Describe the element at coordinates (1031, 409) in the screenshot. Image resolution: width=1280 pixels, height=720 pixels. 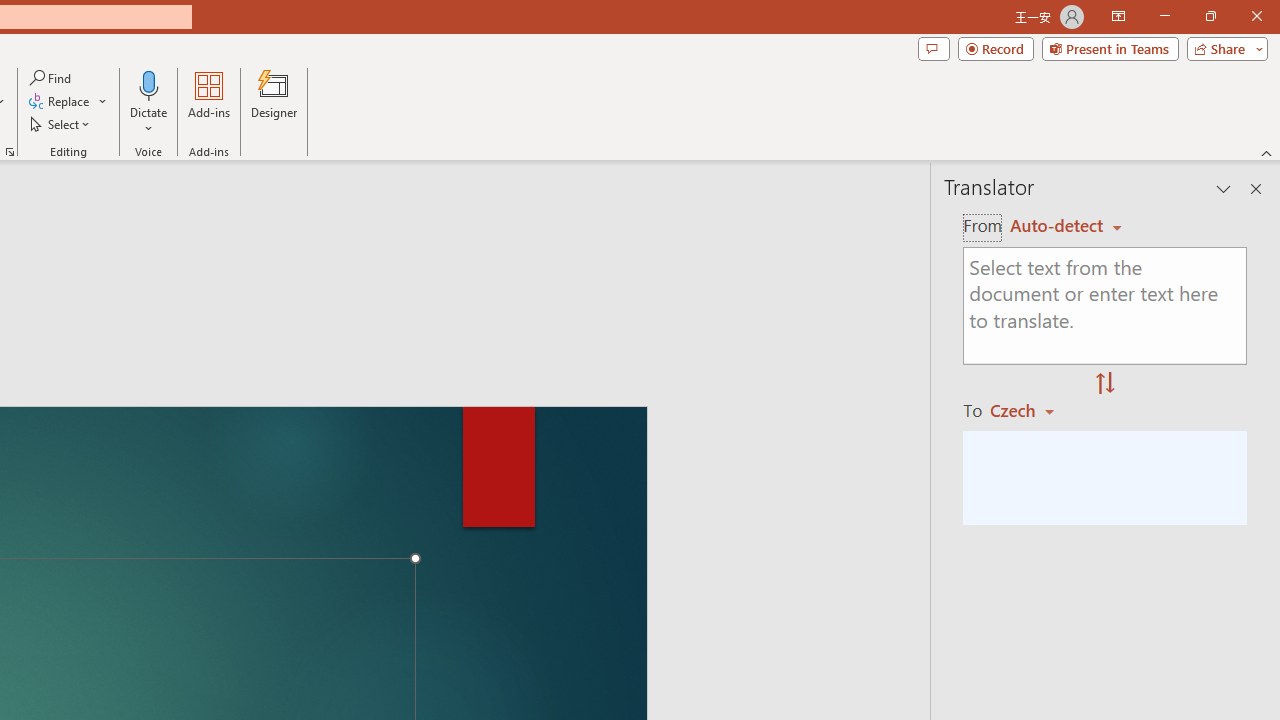
I see `'Czech'` at that location.